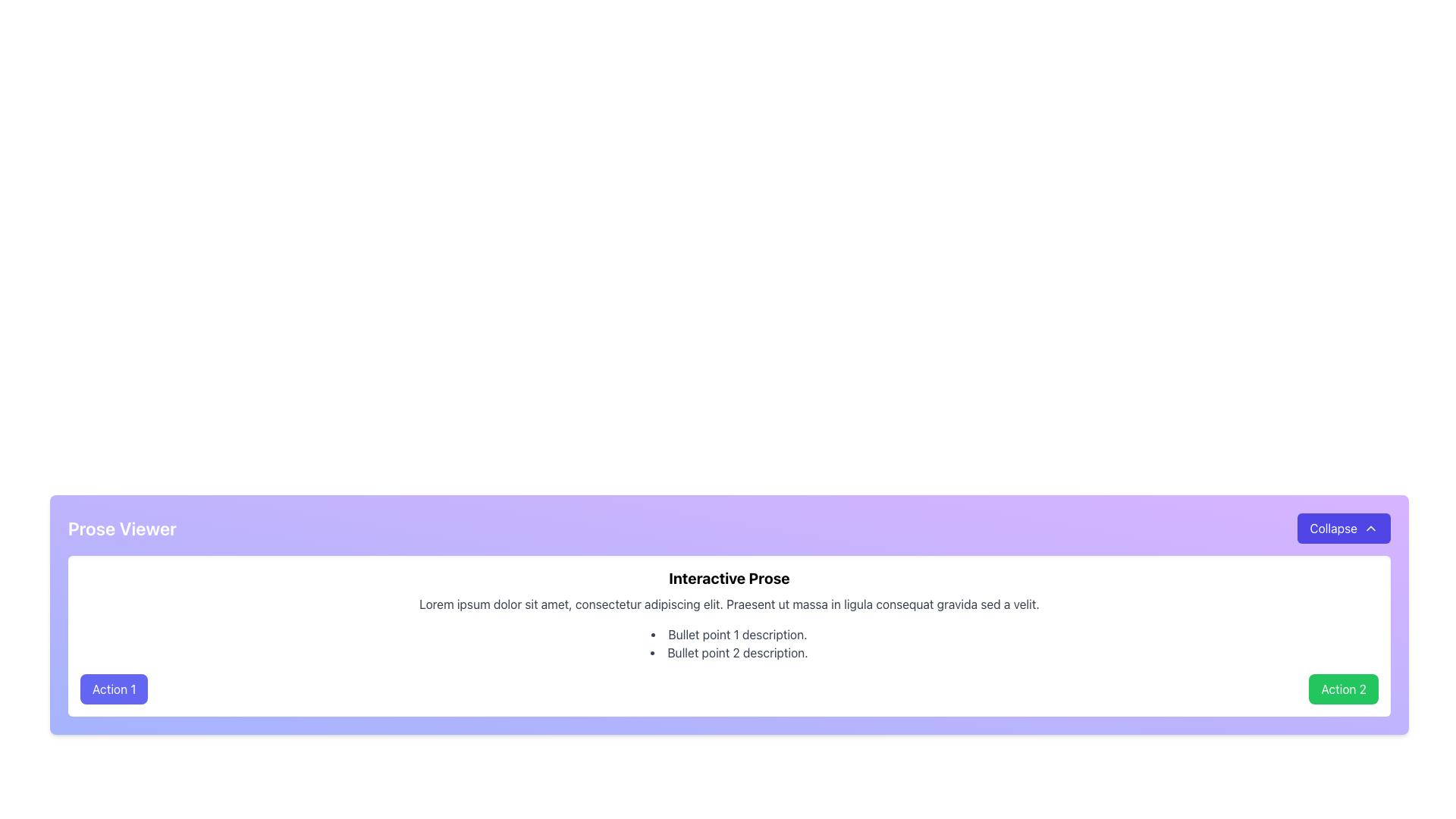 Image resolution: width=1456 pixels, height=819 pixels. Describe the element at coordinates (1343, 528) in the screenshot. I see `the button located in the top-right corner of the header section` at that location.